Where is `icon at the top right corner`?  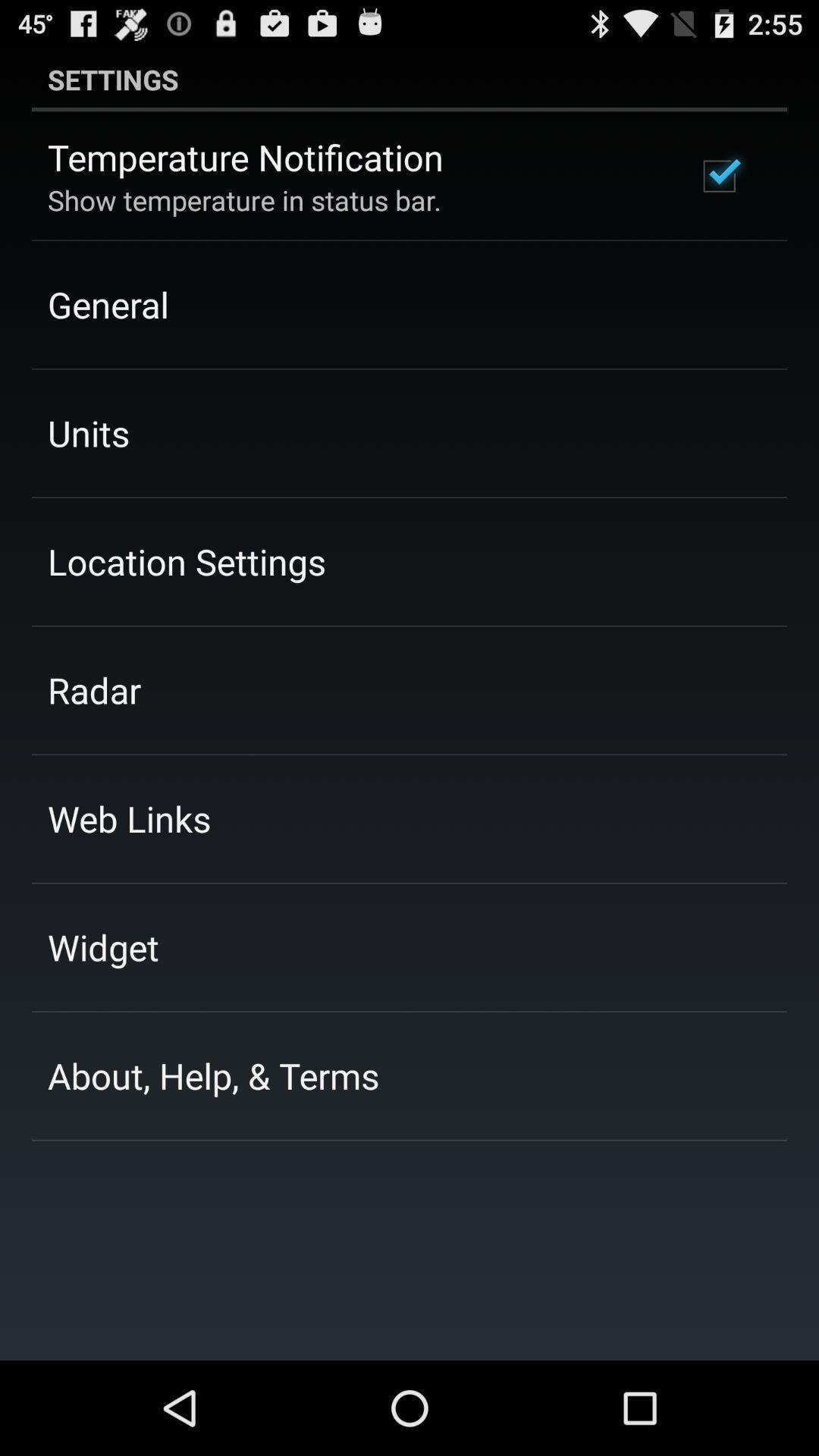 icon at the top right corner is located at coordinates (718, 176).